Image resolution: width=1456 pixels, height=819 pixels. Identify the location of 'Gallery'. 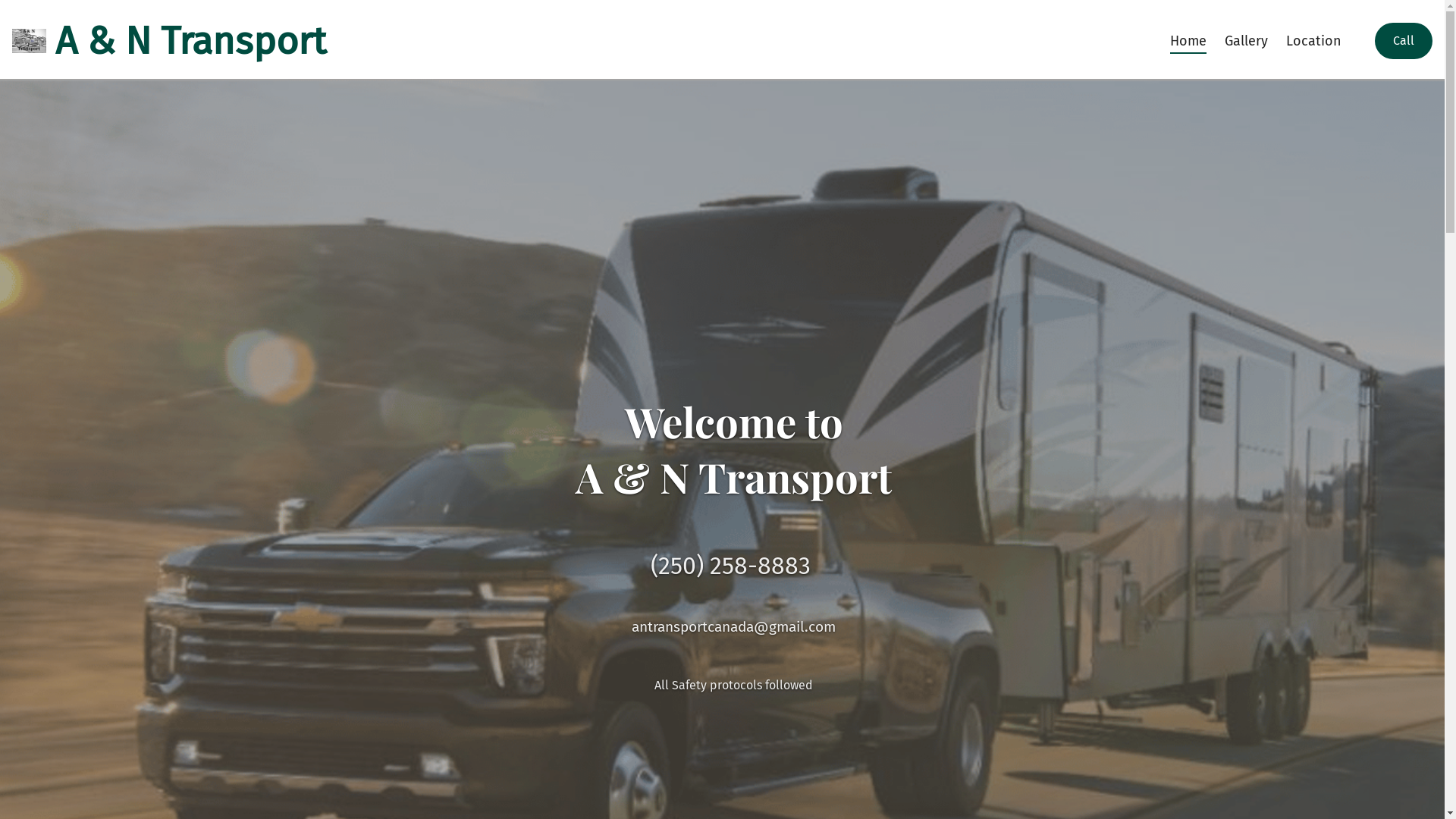
(1246, 40).